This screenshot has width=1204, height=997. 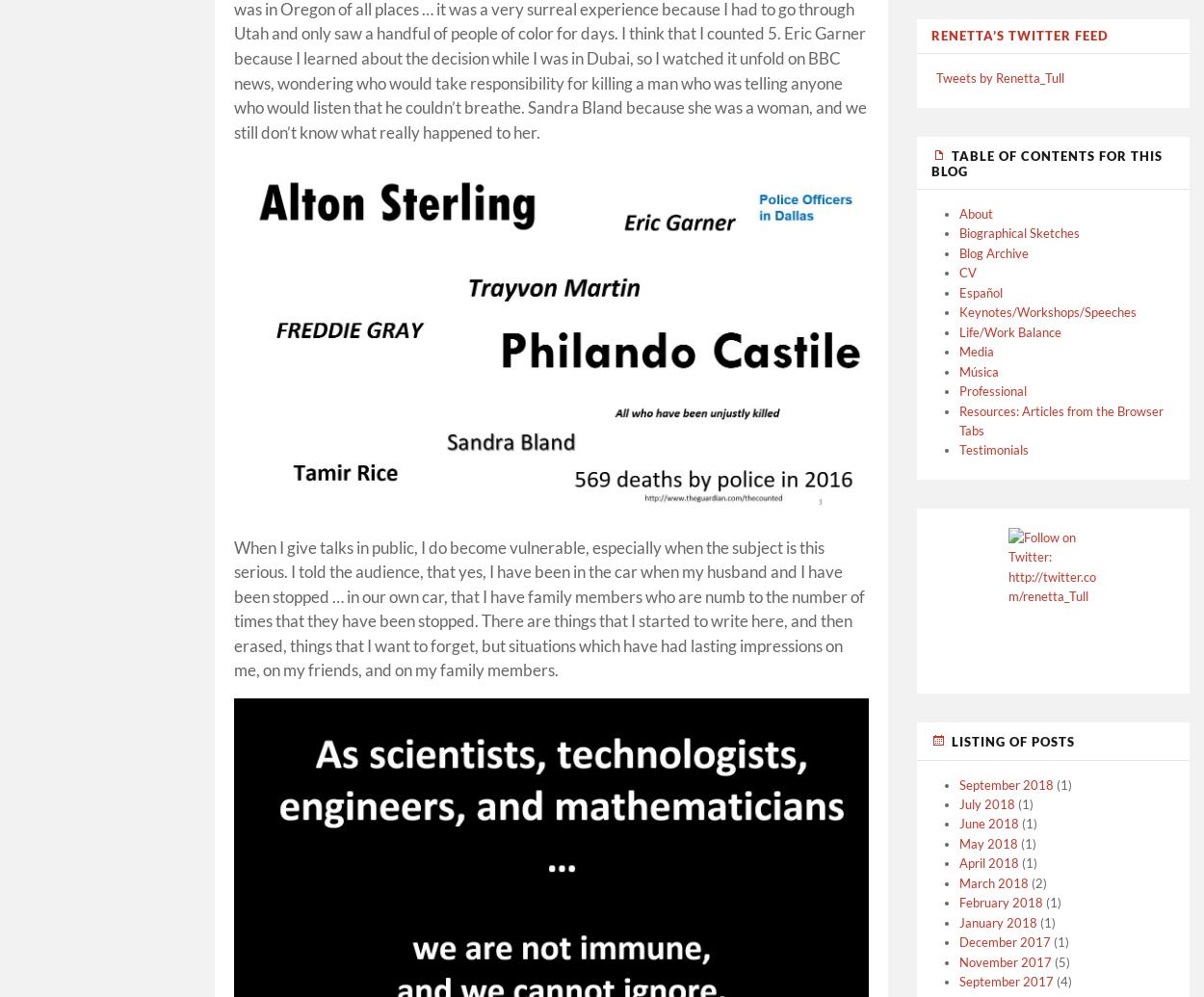 What do you see at coordinates (1019, 232) in the screenshot?
I see `'Biographical Sketches'` at bounding box center [1019, 232].